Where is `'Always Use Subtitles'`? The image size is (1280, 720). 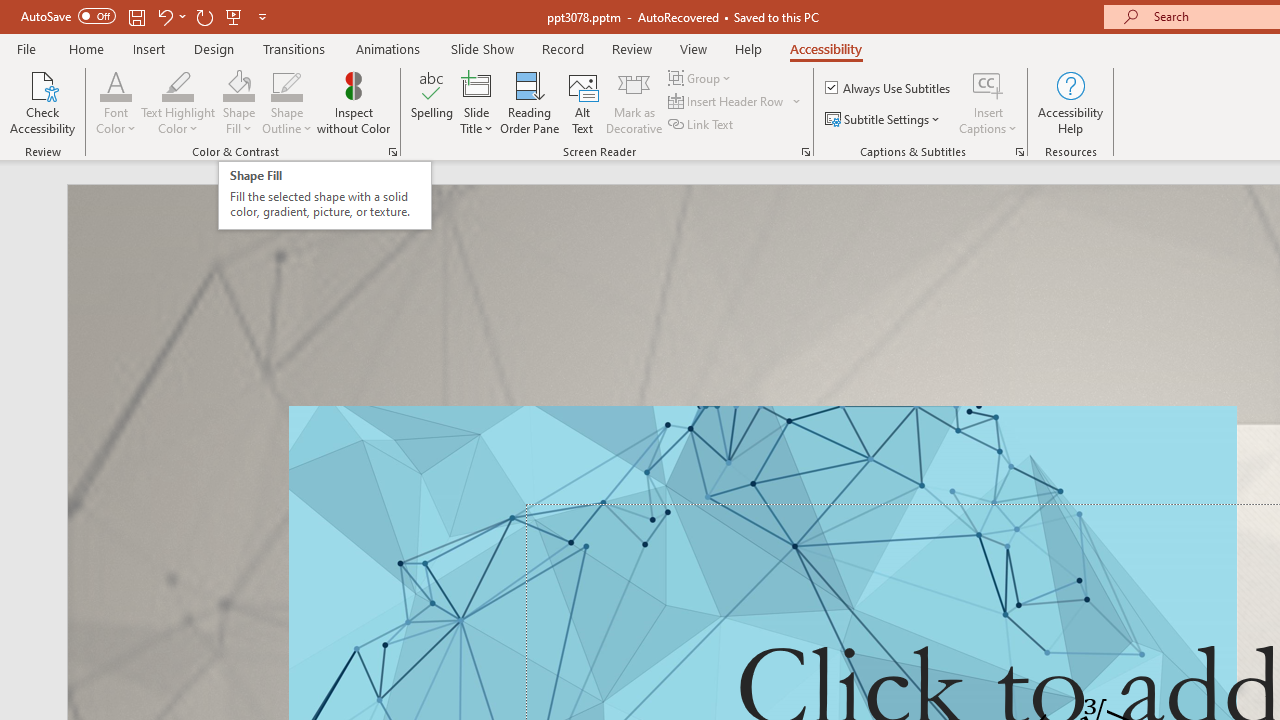
'Always Use Subtitles' is located at coordinates (888, 86).